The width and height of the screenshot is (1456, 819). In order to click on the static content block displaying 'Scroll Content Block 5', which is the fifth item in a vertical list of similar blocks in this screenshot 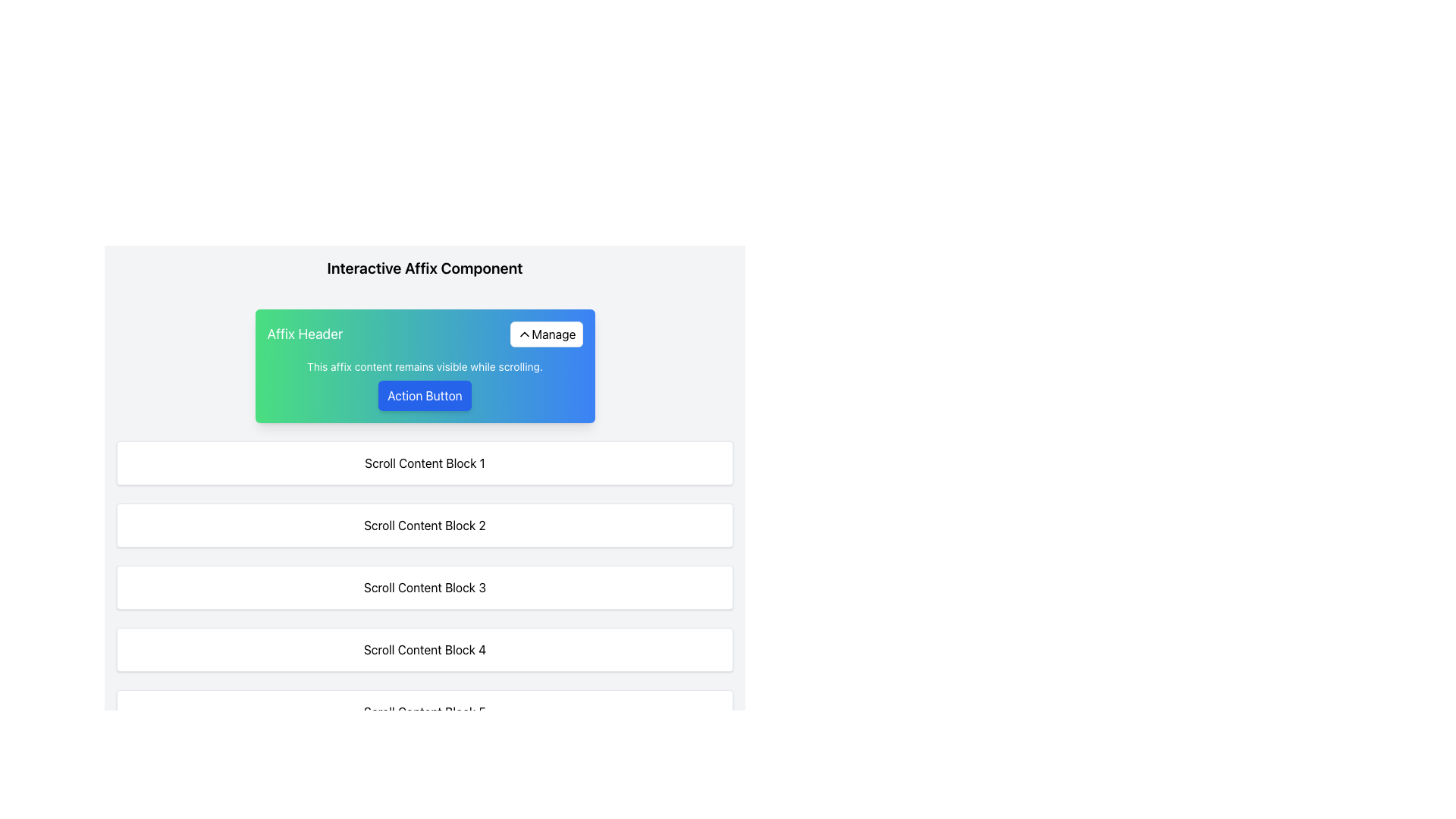, I will do `click(425, 711)`.